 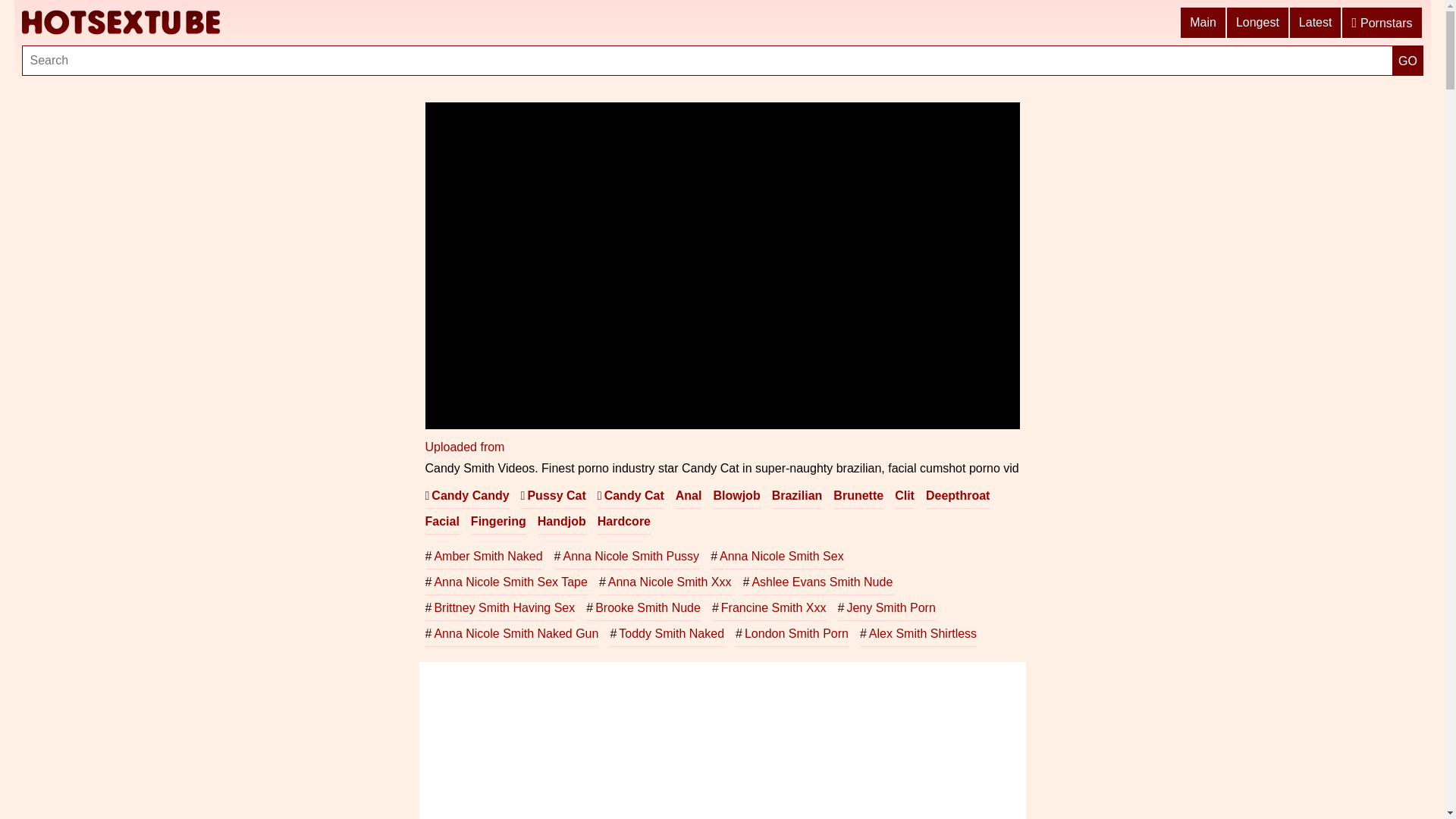 What do you see at coordinates (886, 607) in the screenshot?
I see `'Jeny Smith Porn'` at bounding box center [886, 607].